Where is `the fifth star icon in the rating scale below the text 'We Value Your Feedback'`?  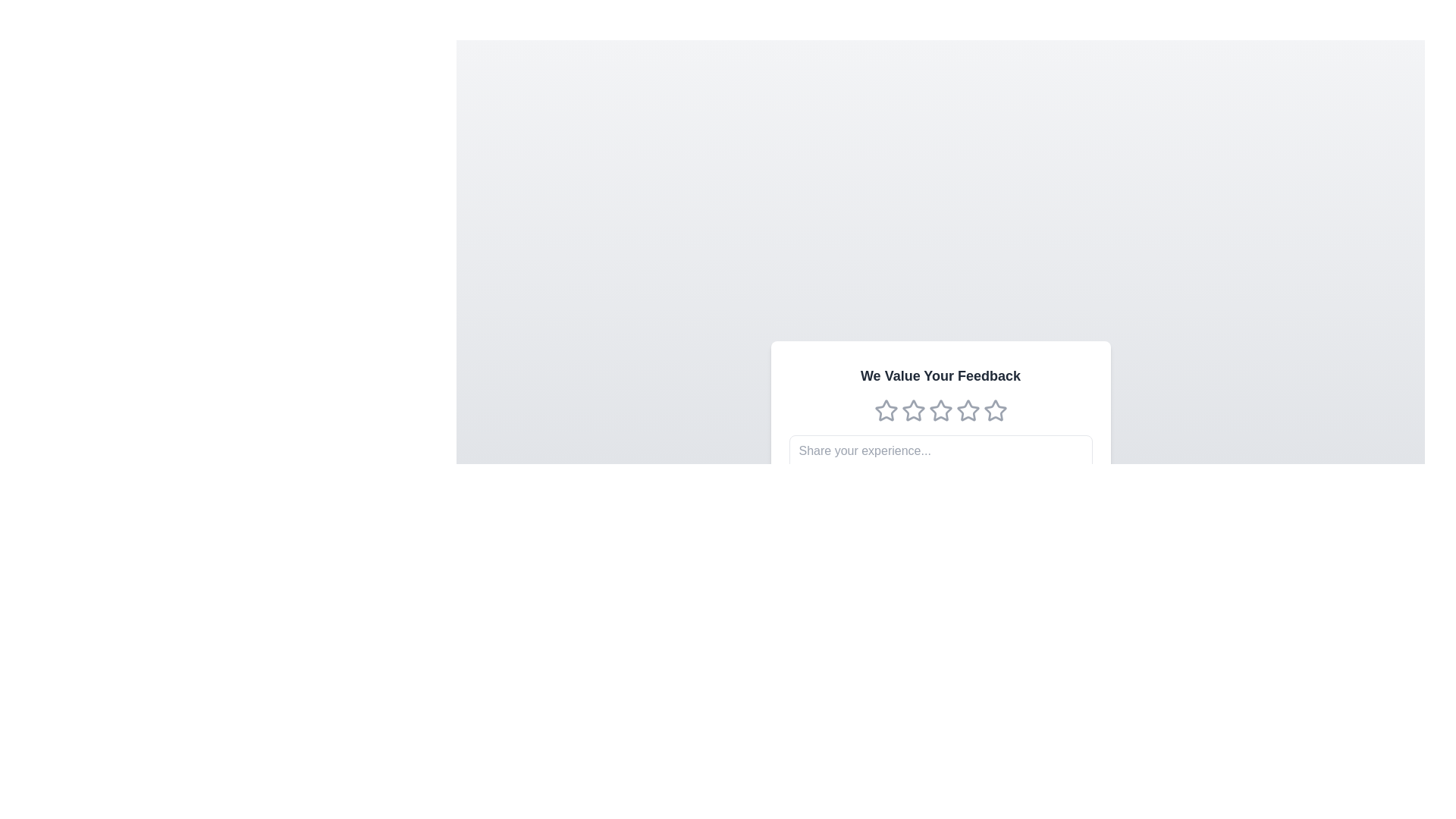 the fifth star icon in the rating scale below the text 'We Value Your Feedback' is located at coordinates (995, 410).